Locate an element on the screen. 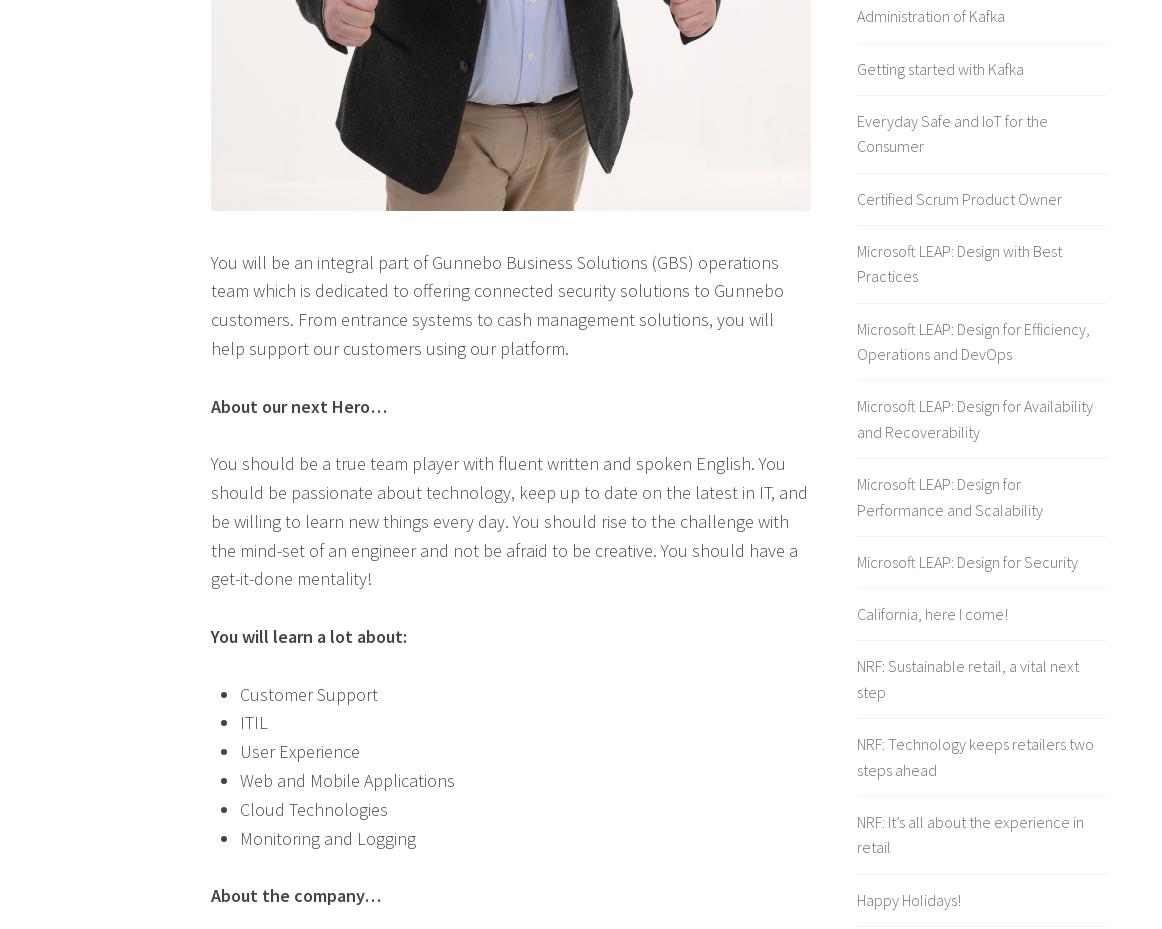 Image resolution: width=1162 pixels, height=929 pixels. 'About the company…' is located at coordinates (294, 895).